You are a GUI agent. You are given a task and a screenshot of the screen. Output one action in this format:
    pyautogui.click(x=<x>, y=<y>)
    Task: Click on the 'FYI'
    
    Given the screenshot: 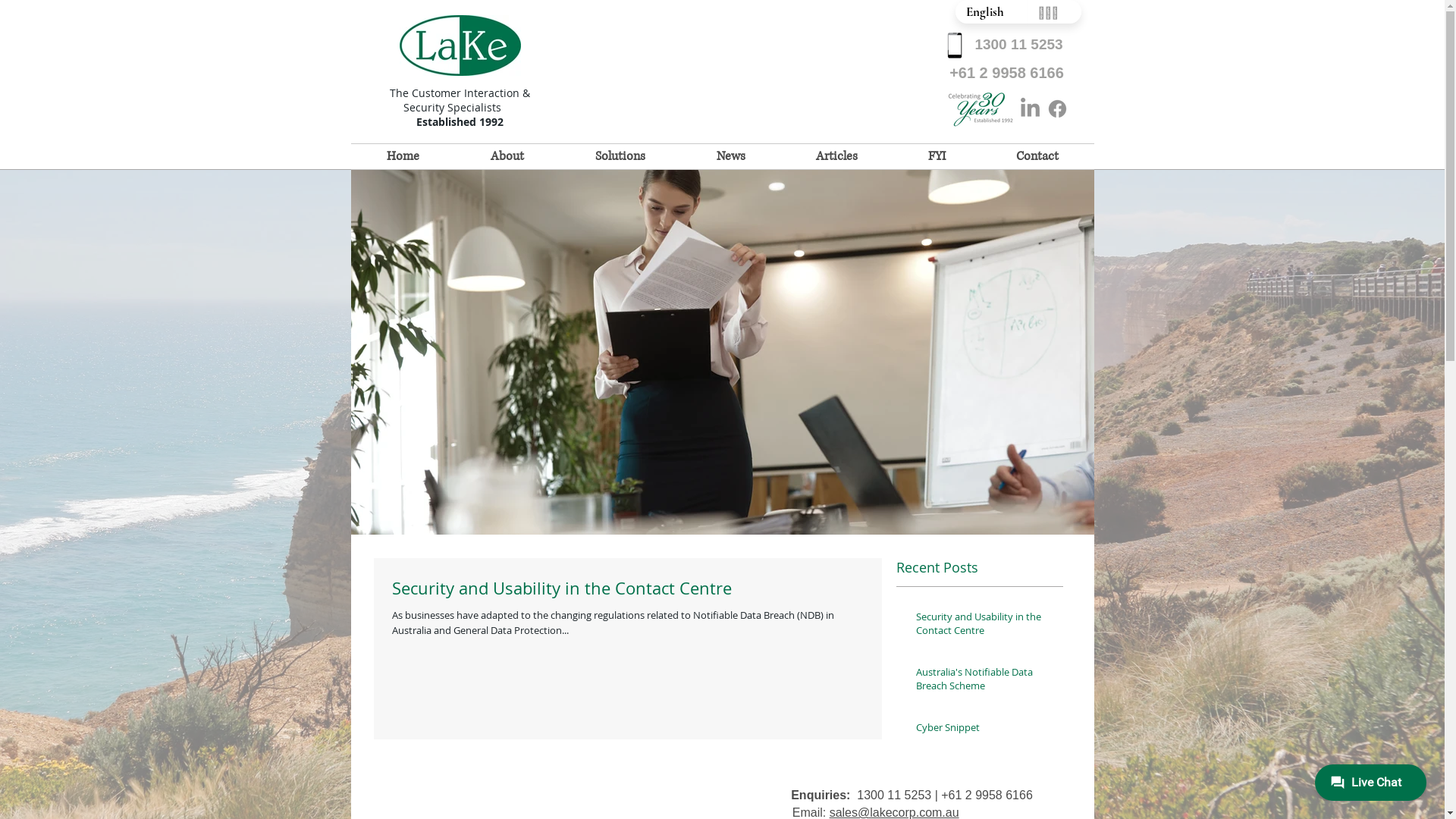 What is the action you would take?
    pyautogui.click(x=937, y=156)
    